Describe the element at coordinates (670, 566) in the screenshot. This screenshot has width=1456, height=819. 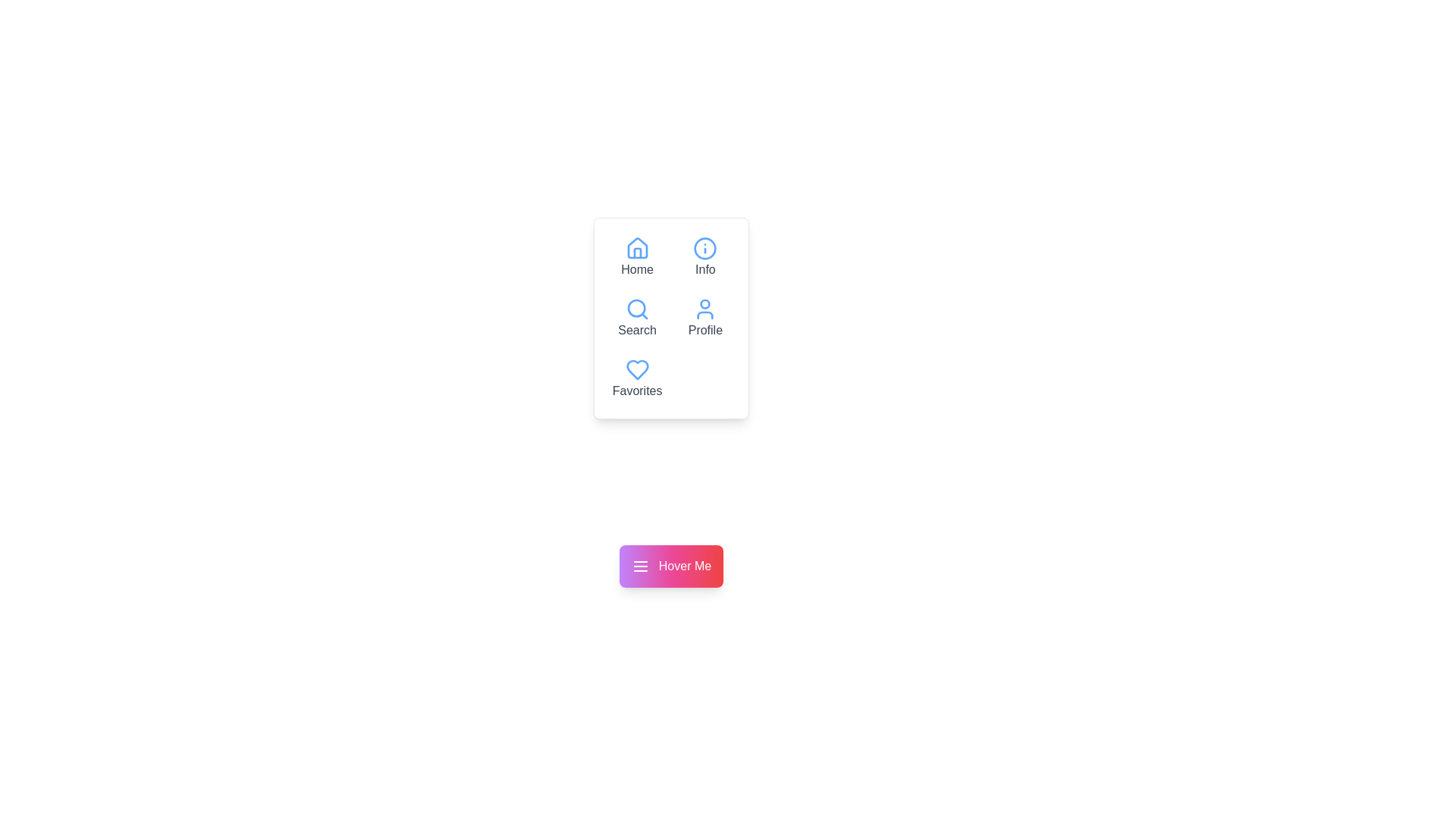
I see `the rectangular button labeled 'Hover Me' with a three-bar icon on the left to change its appearance` at that location.